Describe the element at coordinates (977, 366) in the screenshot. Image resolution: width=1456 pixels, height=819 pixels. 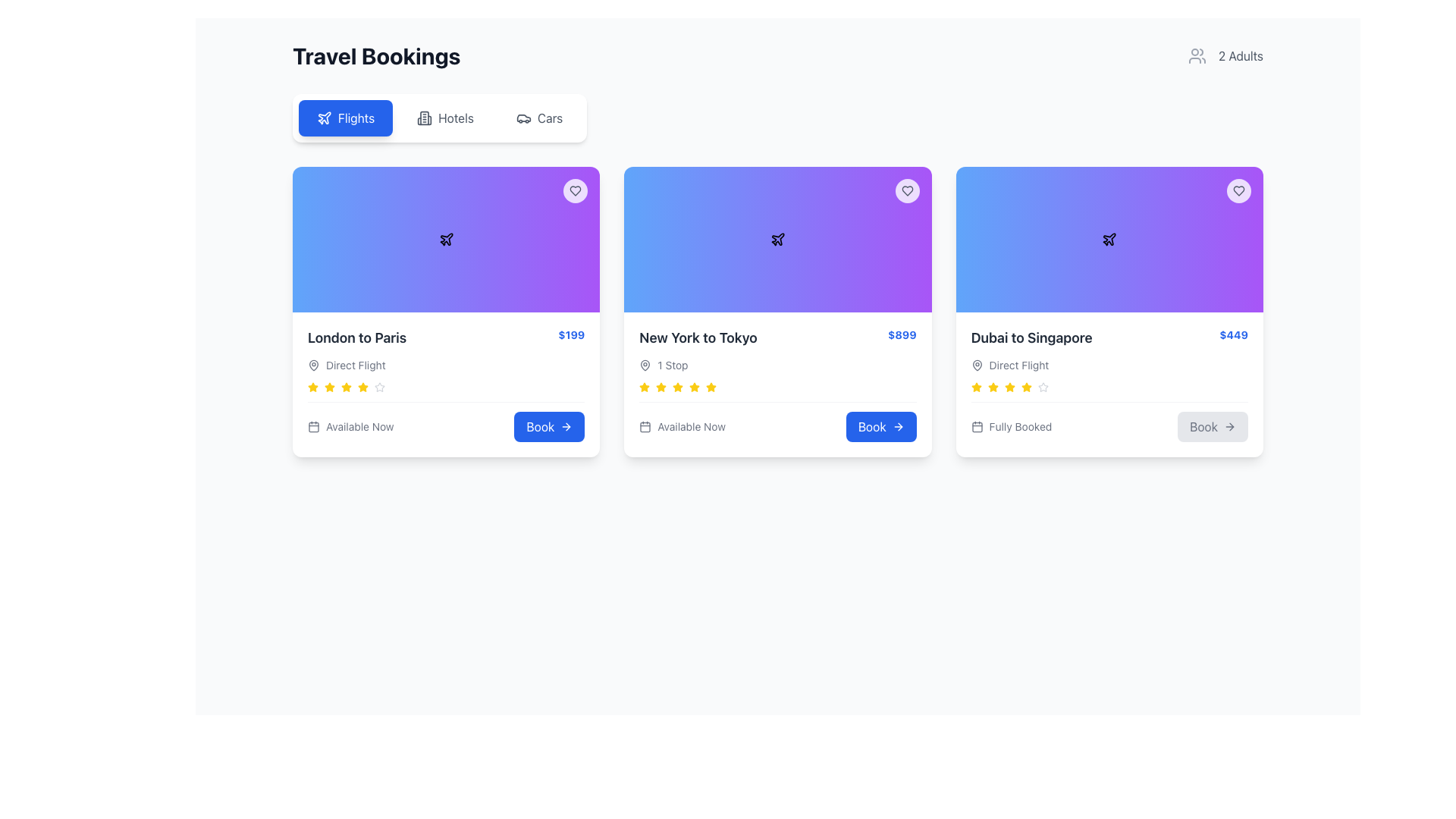
I see `the map pin icon with a gray outline located to the left of the 'Direct Flight' label in the trip card from 'Dubai to Singapore'` at that location.